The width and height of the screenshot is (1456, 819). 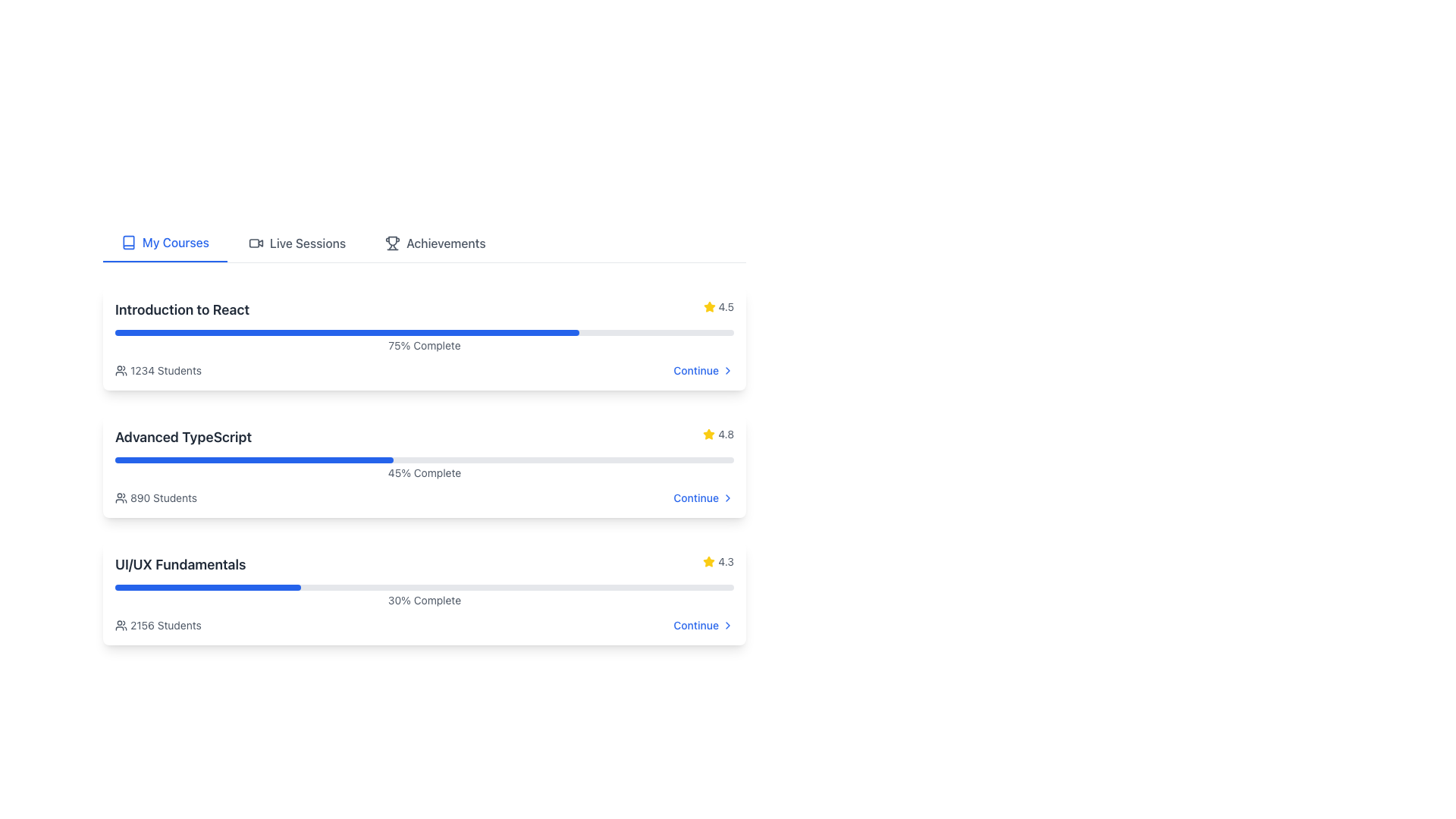 What do you see at coordinates (725, 561) in the screenshot?
I see `text label displaying the value '4.3', which is styled in small gray characters and located next to the yellow star icon at the bottom right of the 'UI/UX Fundamentals' course card` at bounding box center [725, 561].